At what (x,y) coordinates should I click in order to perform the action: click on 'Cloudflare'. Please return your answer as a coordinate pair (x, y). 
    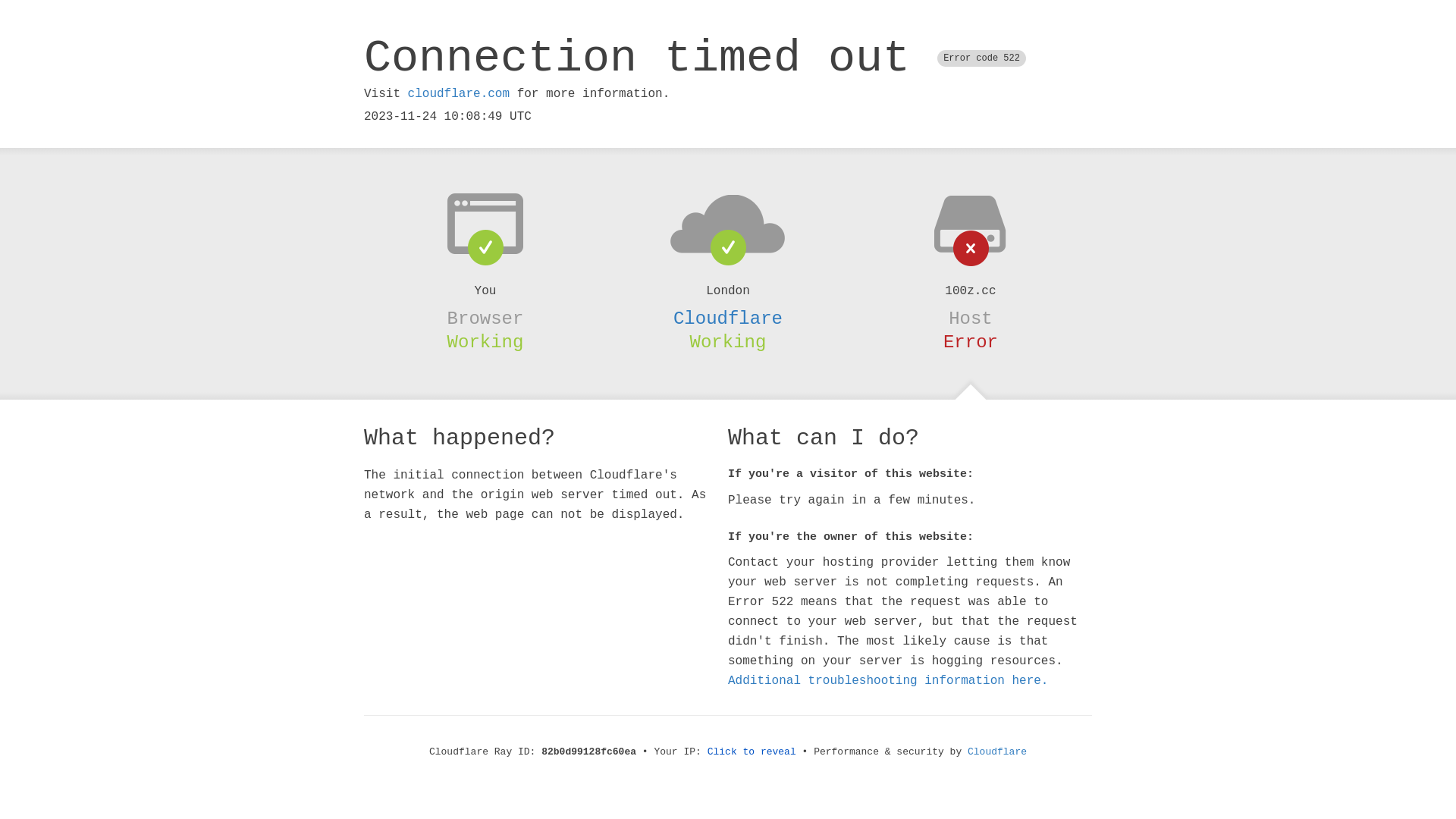
    Looking at the image, I should click on (728, 318).